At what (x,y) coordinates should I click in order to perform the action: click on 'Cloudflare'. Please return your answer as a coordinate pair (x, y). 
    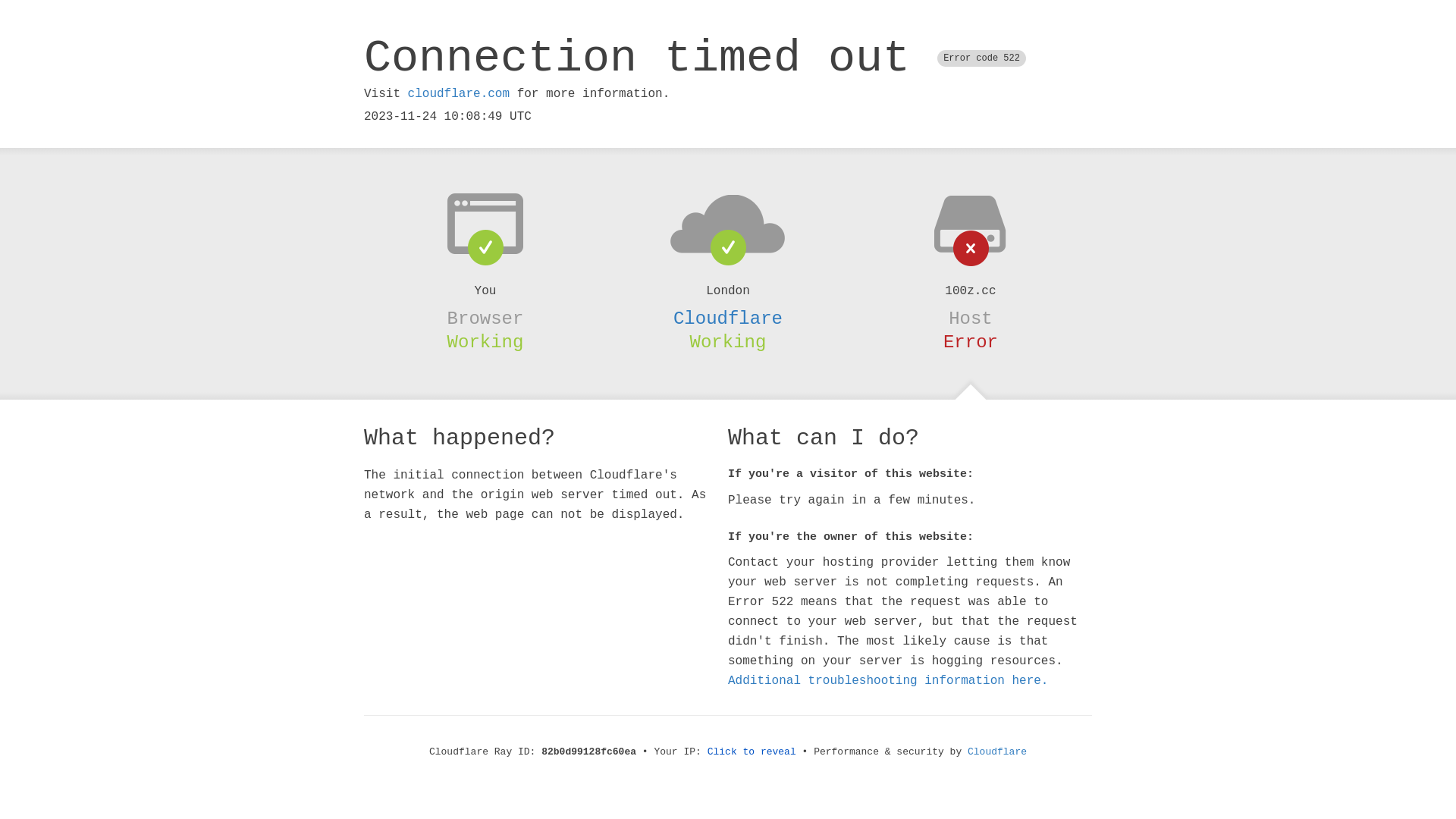
    Looking at the image, I should click on (728, 318).